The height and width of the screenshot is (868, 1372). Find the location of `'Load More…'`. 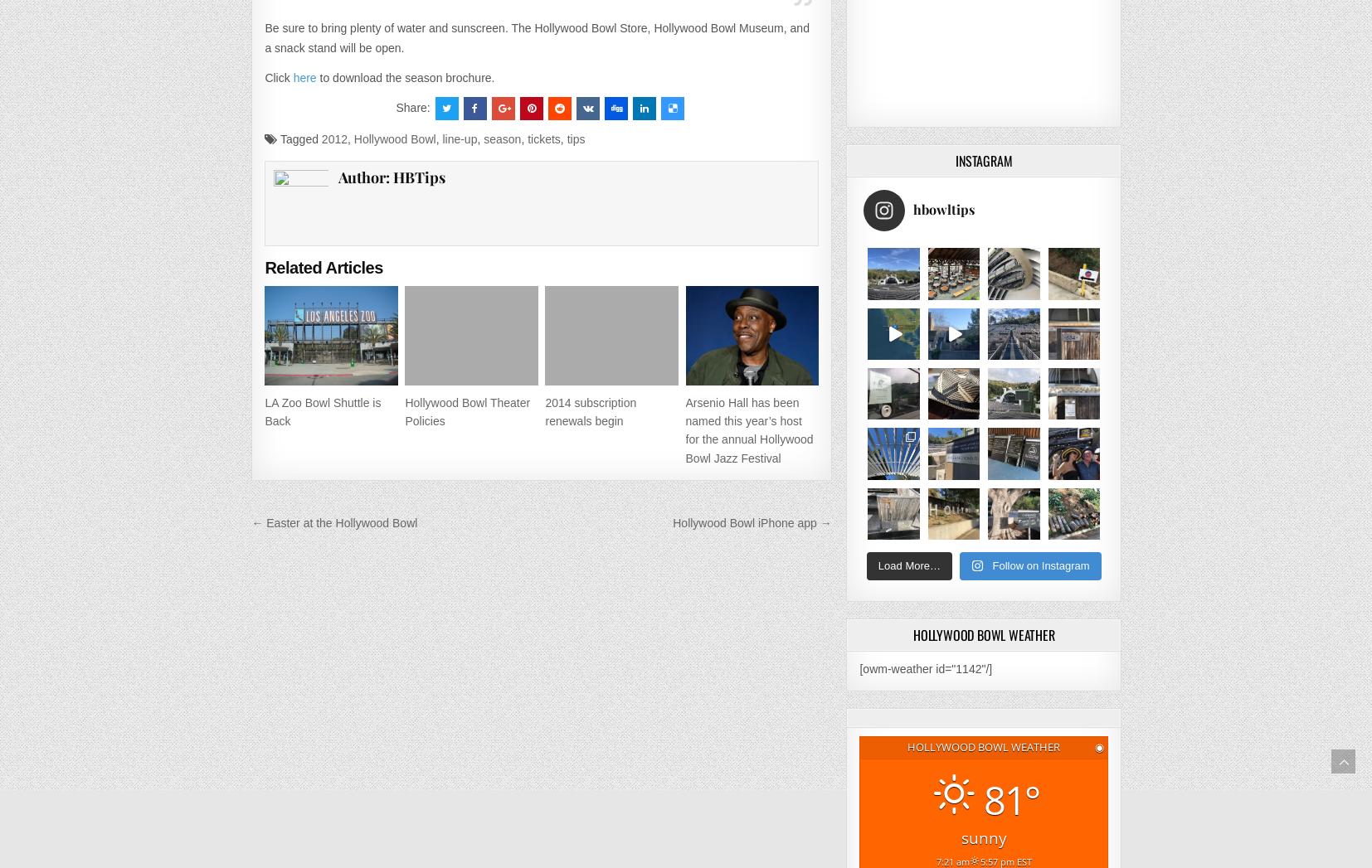

'Load More…' is located at coordinates (907, 565).